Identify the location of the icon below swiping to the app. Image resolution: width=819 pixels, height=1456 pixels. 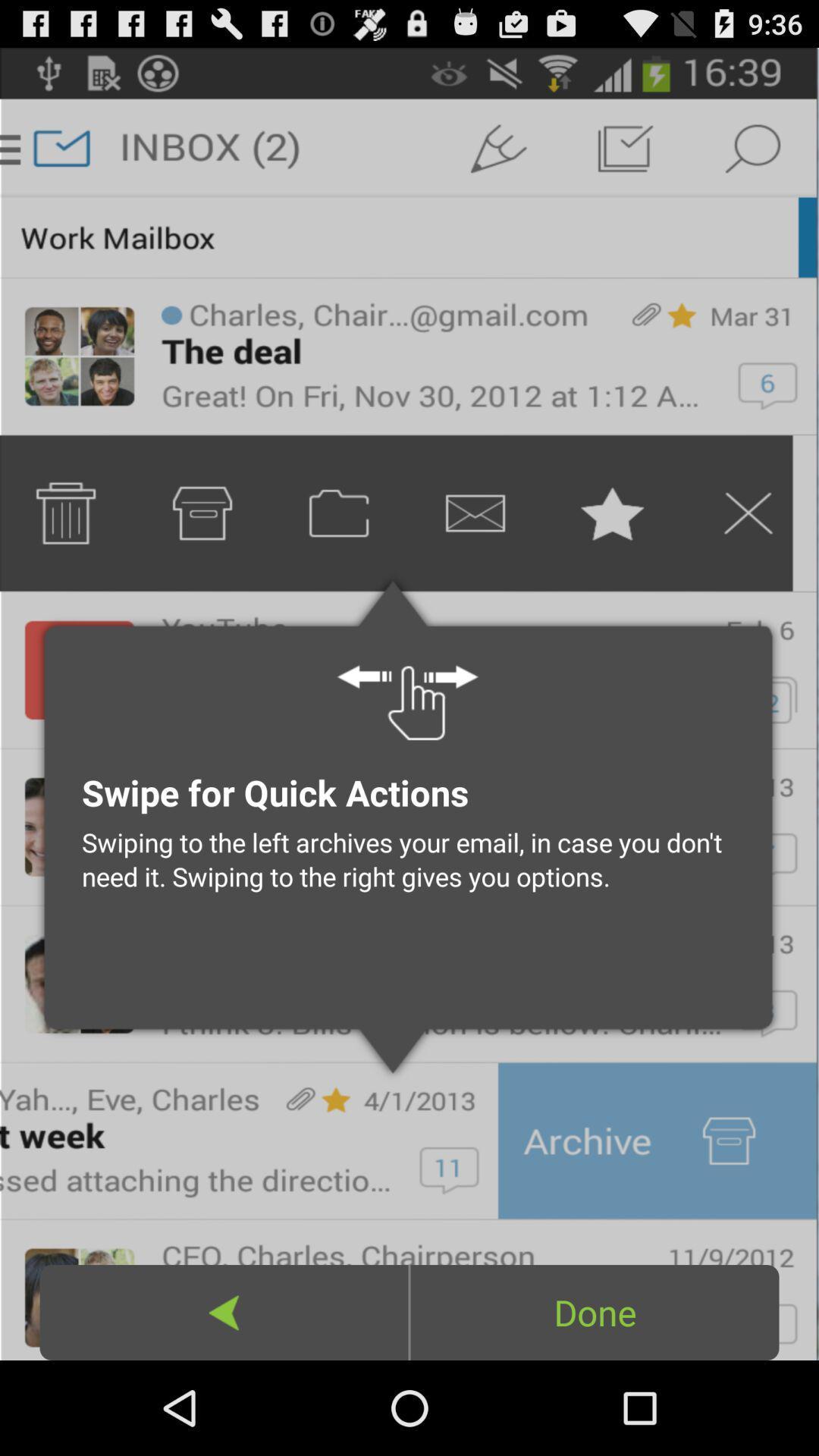
(594, 1312).